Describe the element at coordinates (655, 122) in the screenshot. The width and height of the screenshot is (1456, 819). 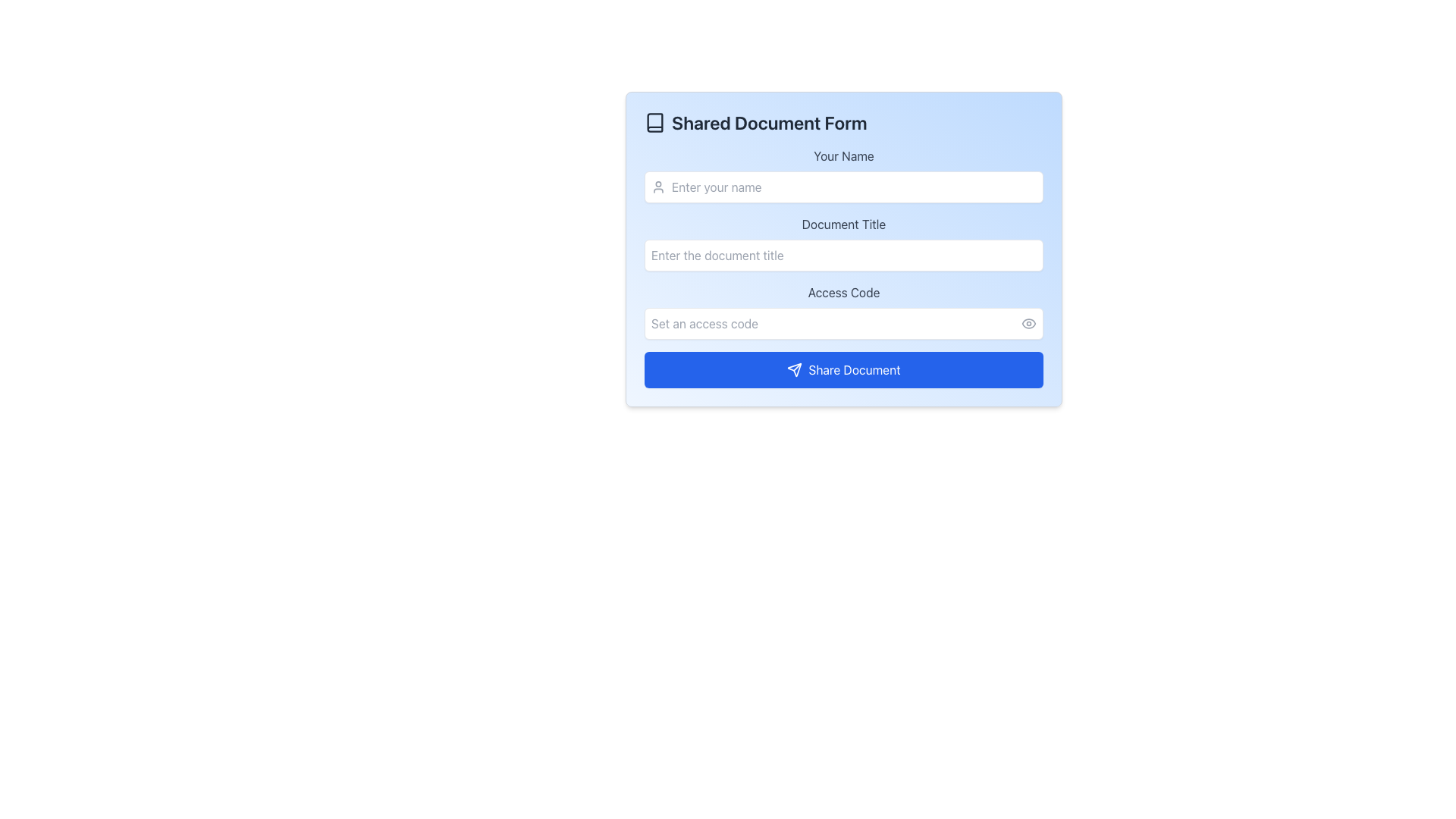
I see `the book icon located in the top-left portion of the interface, adjacent to the 'Shared Document Form' text` at that location.